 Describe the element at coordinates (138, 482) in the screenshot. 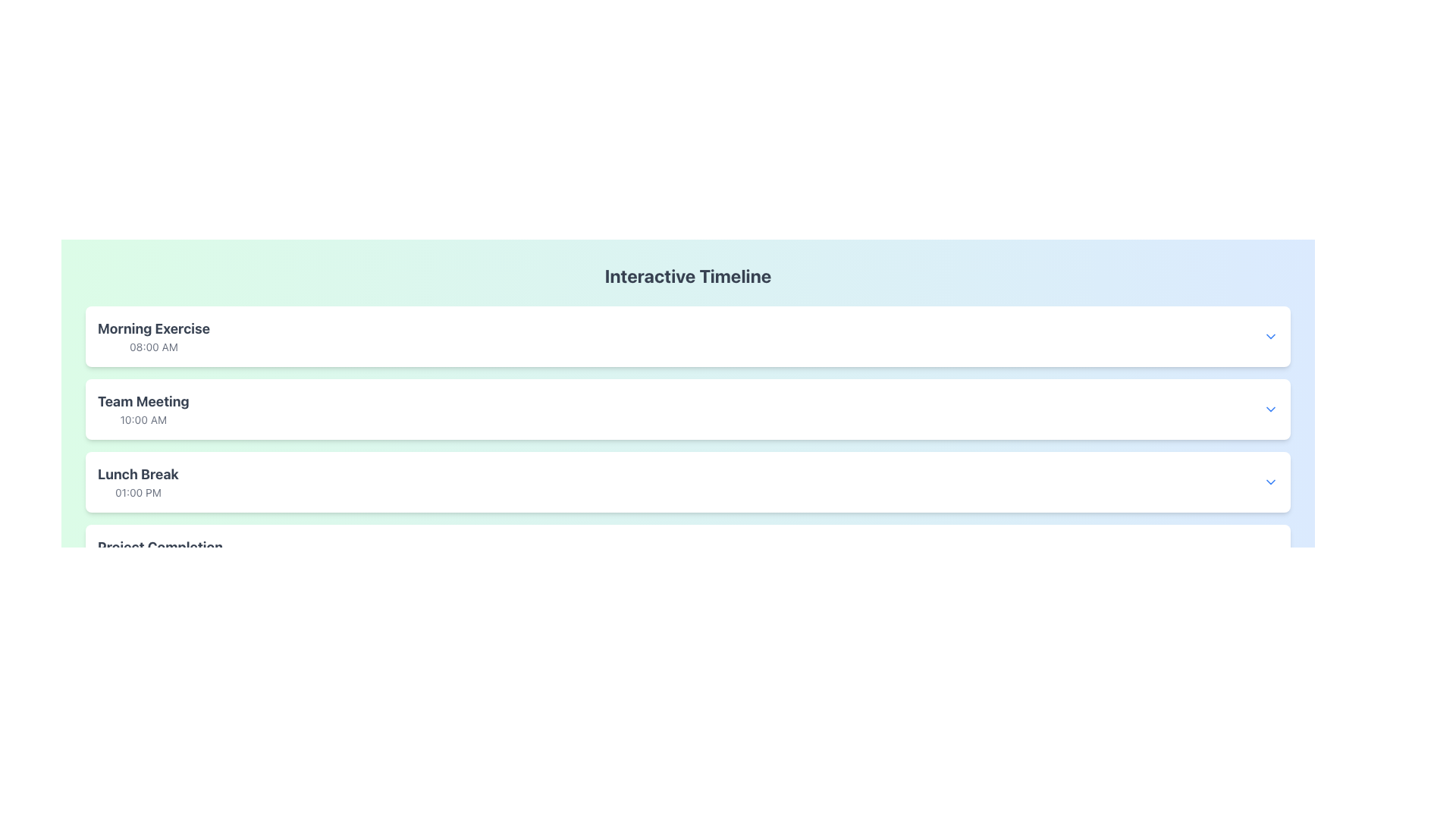

I see `the 'Lunch Break' text block element, which displays 'Lunch Break' in bold and '01:00 PM' in a smaller font` at that location.